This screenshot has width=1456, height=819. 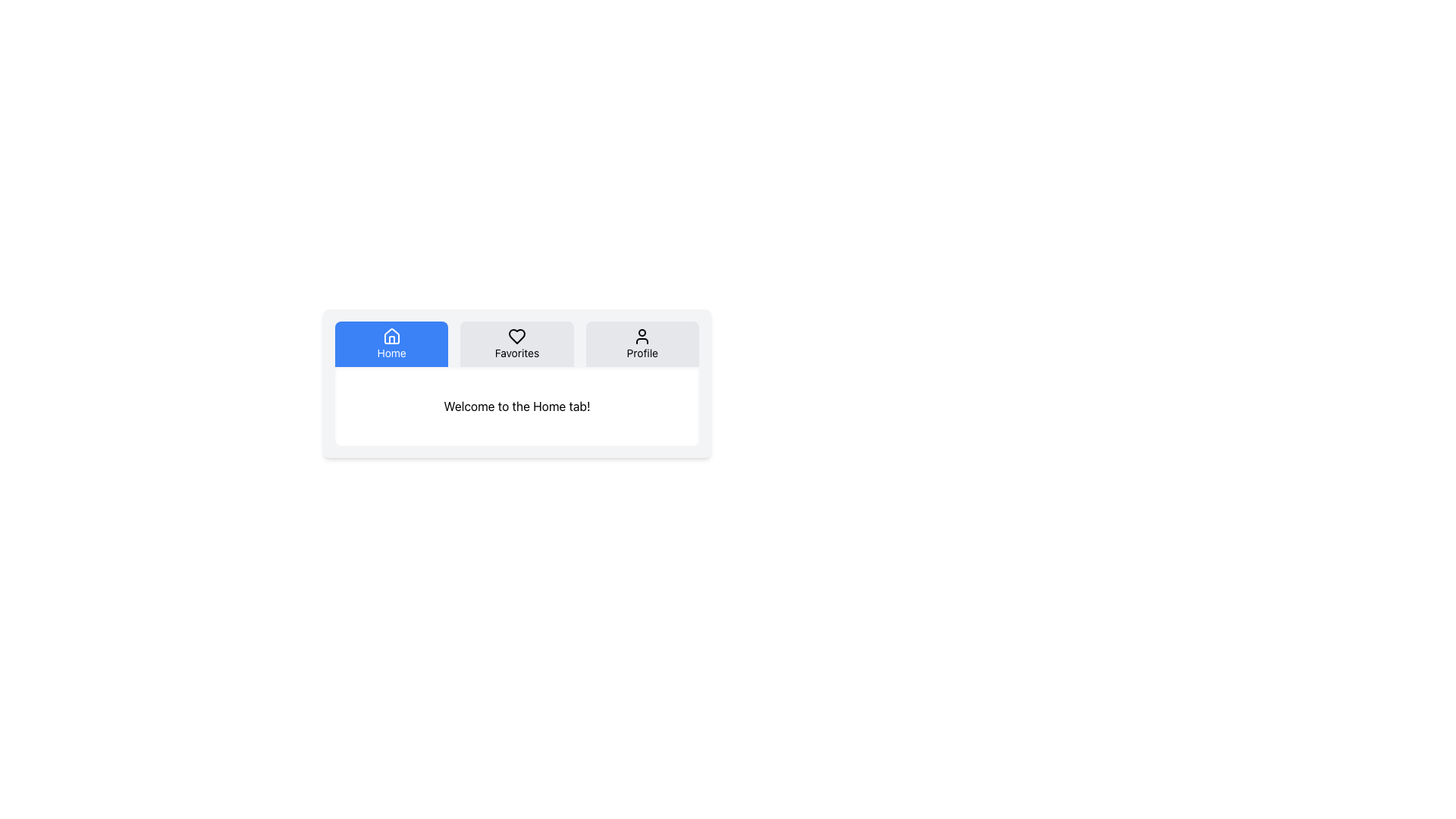 What do you see at coordinates (516, 344) in the screenshot?
I see `the 'Favorites' navigation tab, which is the second item in the horizontal navigation bar` at bounding box center [516, 344].